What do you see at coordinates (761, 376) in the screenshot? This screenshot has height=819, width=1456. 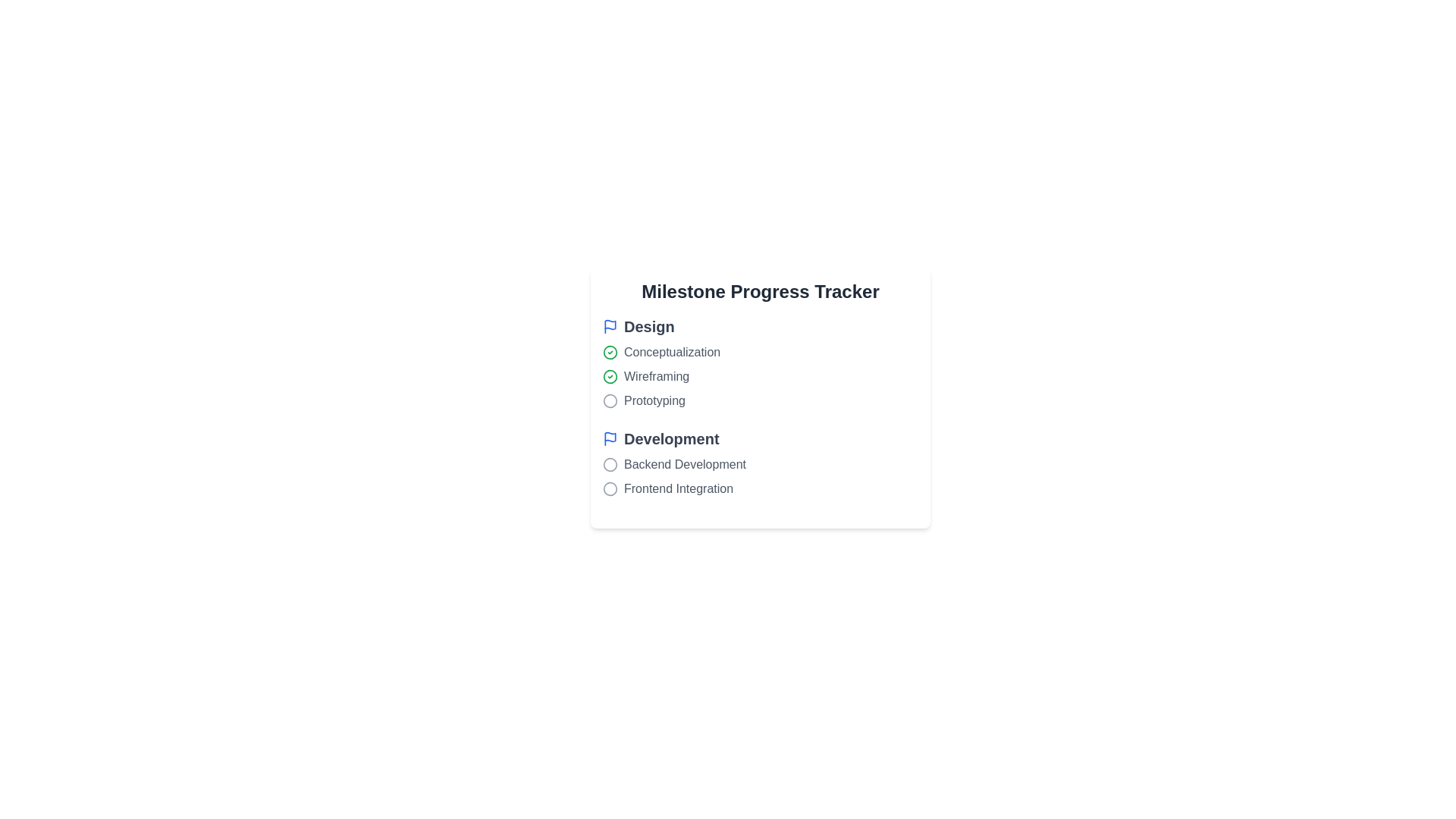 I see `the progress indicators in the vertical list displaying 'Conceptualization', 'Wireframing', and 'Prototyping' under the 'Design' section of the progress tracker interface` at bounding box center [761, 376].